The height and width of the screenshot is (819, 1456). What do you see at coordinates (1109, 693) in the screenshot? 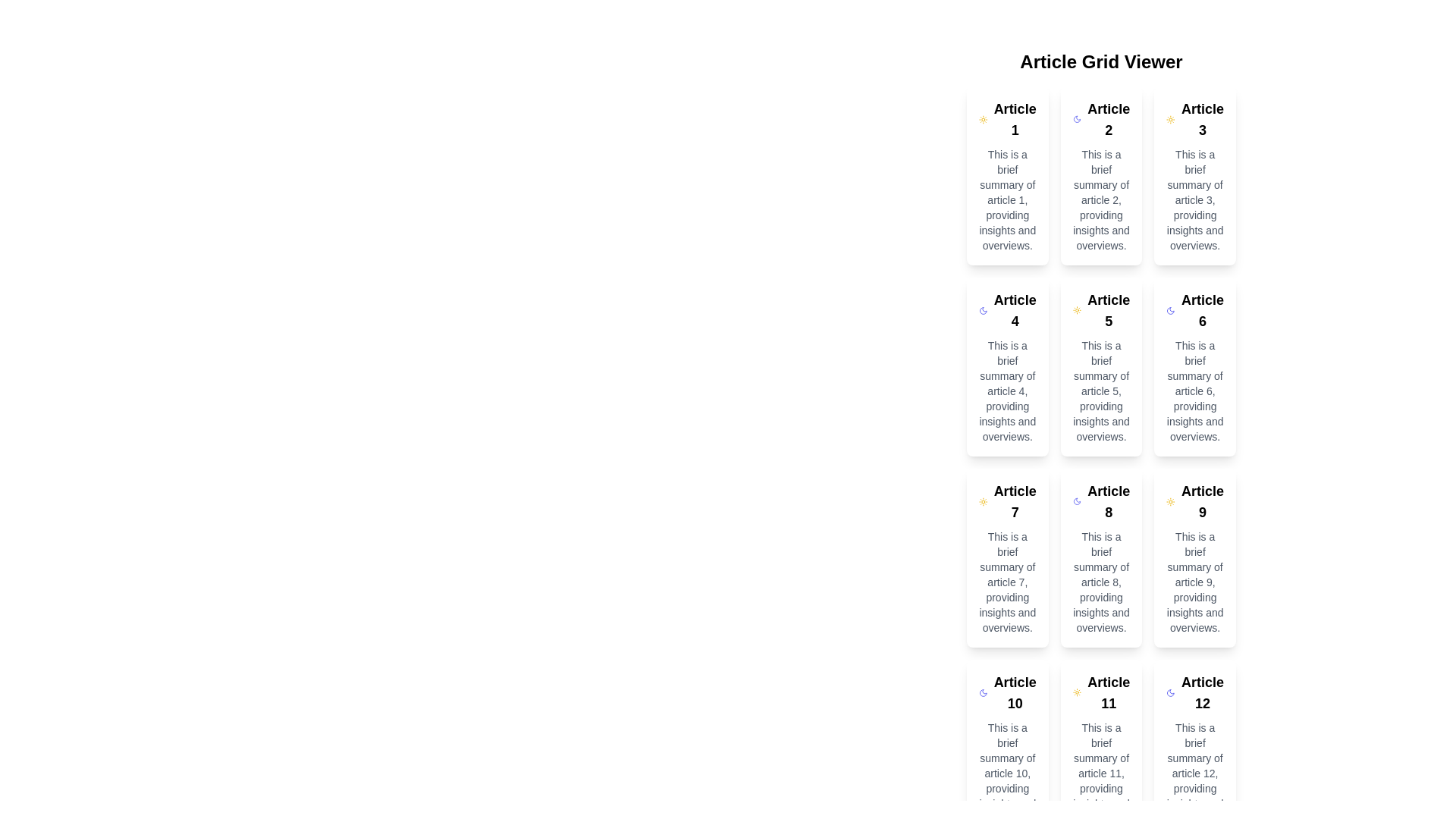
I see `title 'Article 11' which is styled with a bold and slightly larger font, located in the central column of the bottom row in the article grid layout` at bounding box center [1109, 693].